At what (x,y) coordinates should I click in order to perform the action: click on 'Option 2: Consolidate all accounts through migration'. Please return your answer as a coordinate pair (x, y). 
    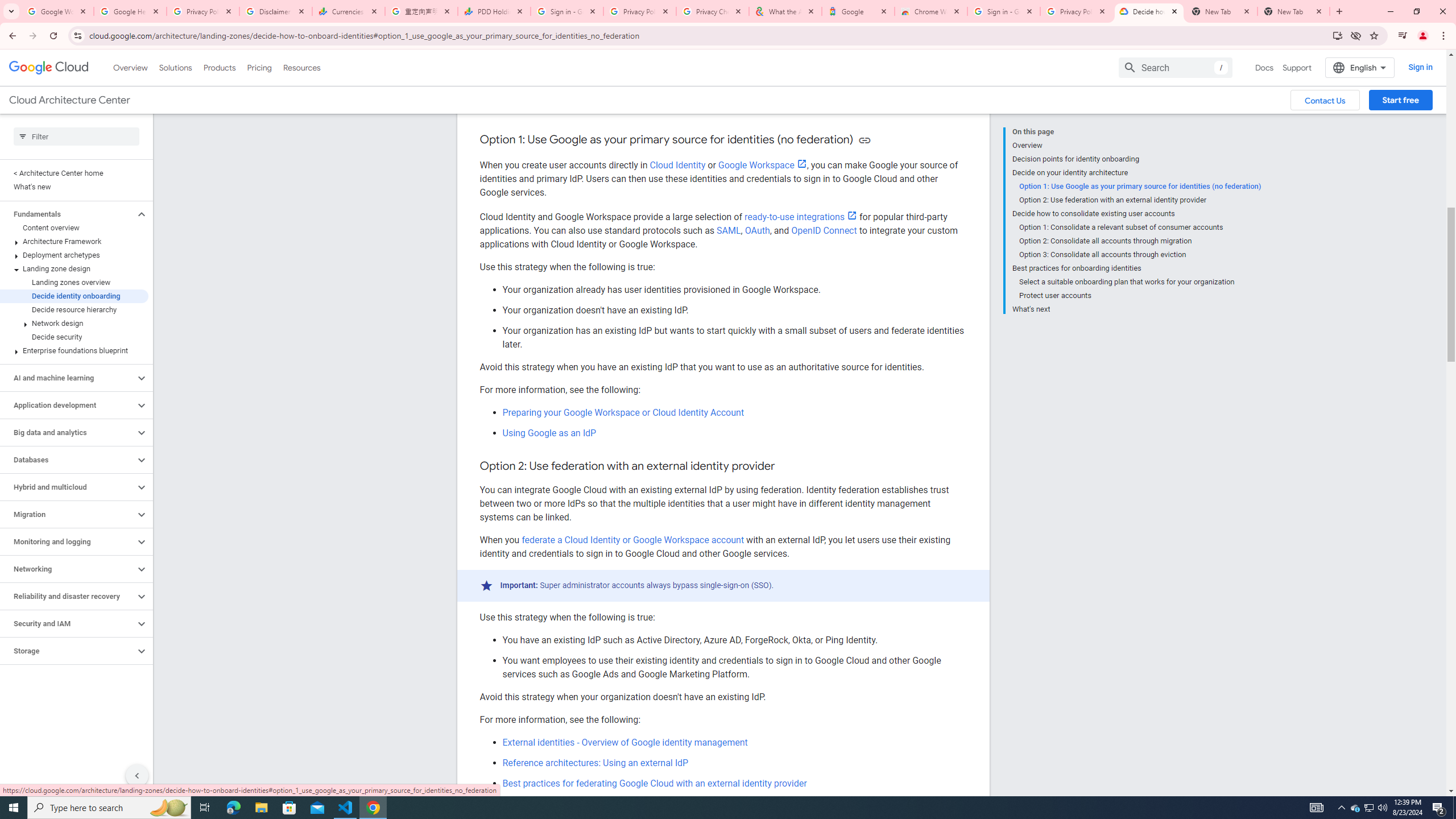
    Looking at the image, I should click on (1139, 241).